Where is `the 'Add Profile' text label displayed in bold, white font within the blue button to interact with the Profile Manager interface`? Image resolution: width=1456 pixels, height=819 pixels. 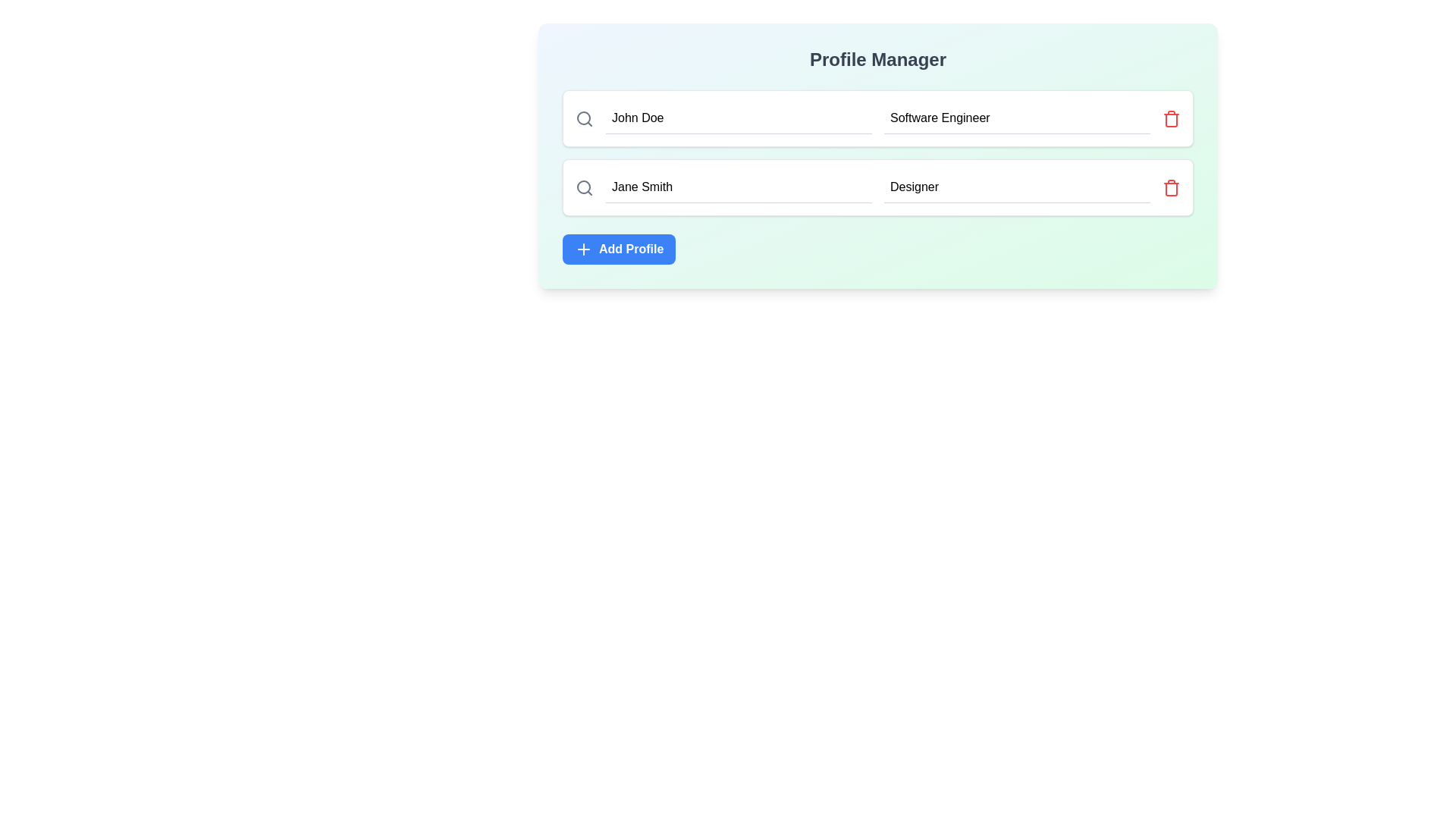 the 'Add Profile' text label displayed in bold, white font within the blue button to interact with the Profile Manager interface is located at coordinates (630, 248).